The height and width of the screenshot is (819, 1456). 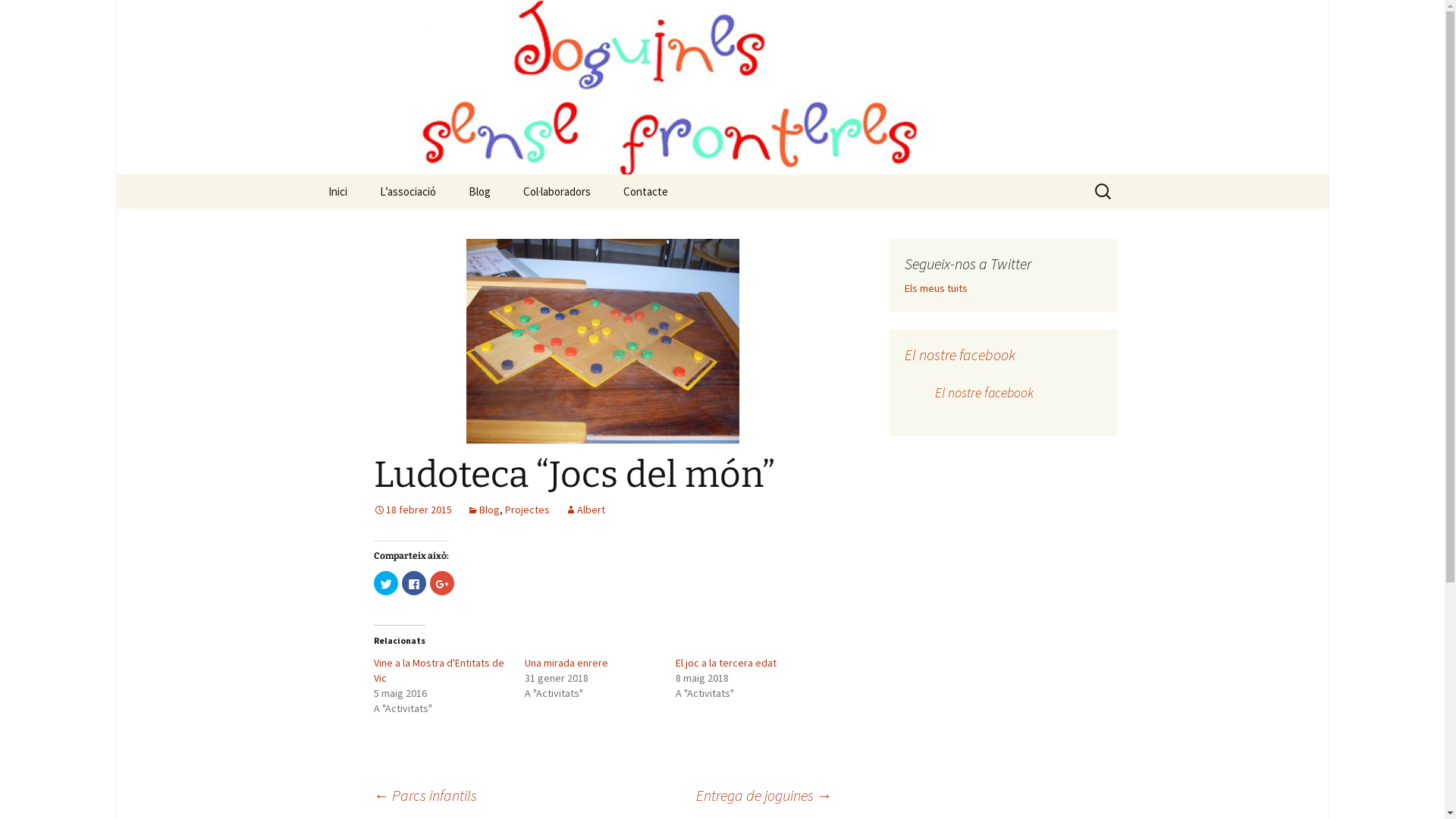 I want to click on 'Click to share on Facebook (Opens in new window)', so click(x=414, y=582).